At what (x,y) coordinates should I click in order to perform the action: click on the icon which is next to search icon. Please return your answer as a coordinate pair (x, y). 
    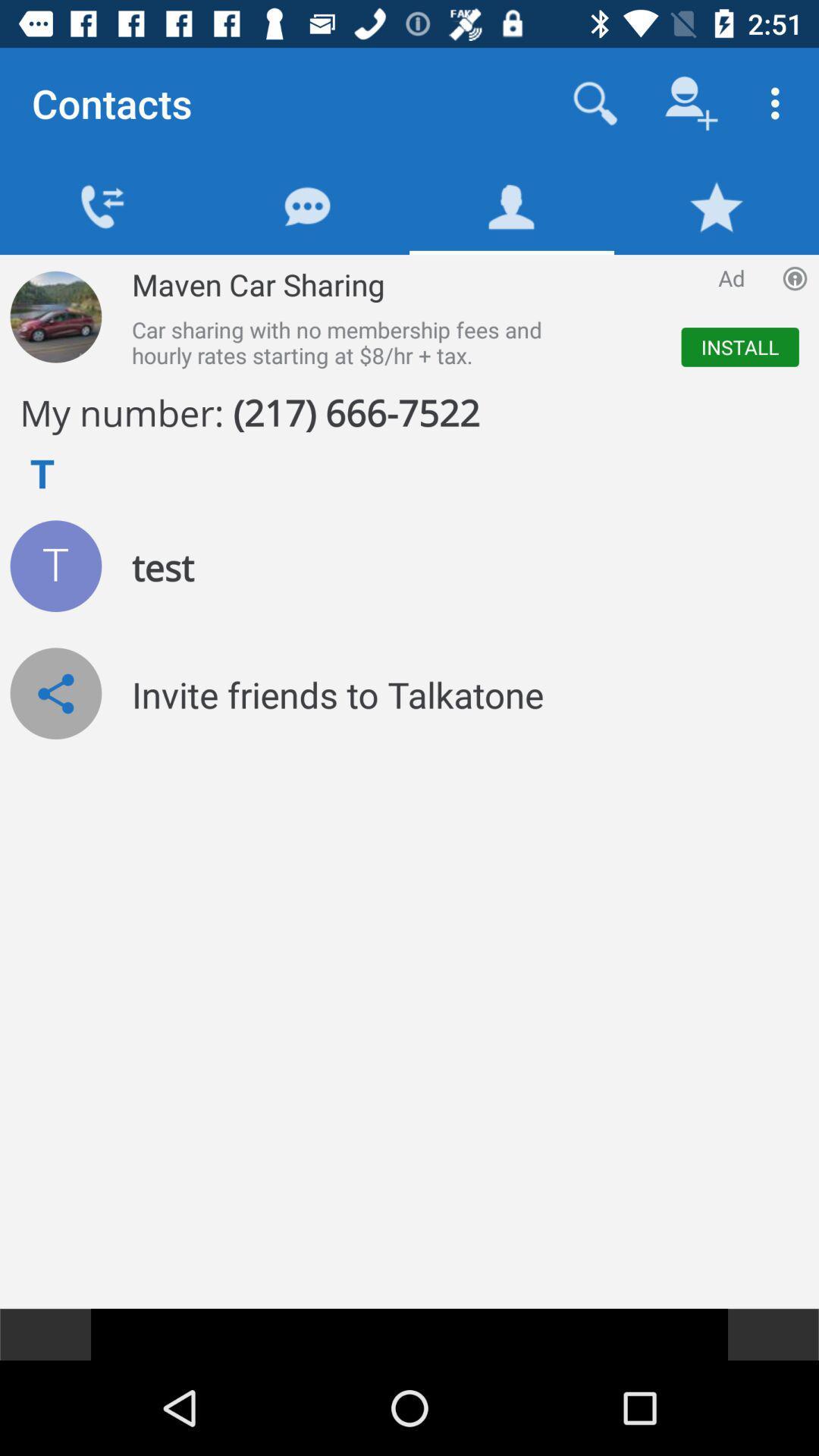
    Looking at the image, I should click on (691, 103).